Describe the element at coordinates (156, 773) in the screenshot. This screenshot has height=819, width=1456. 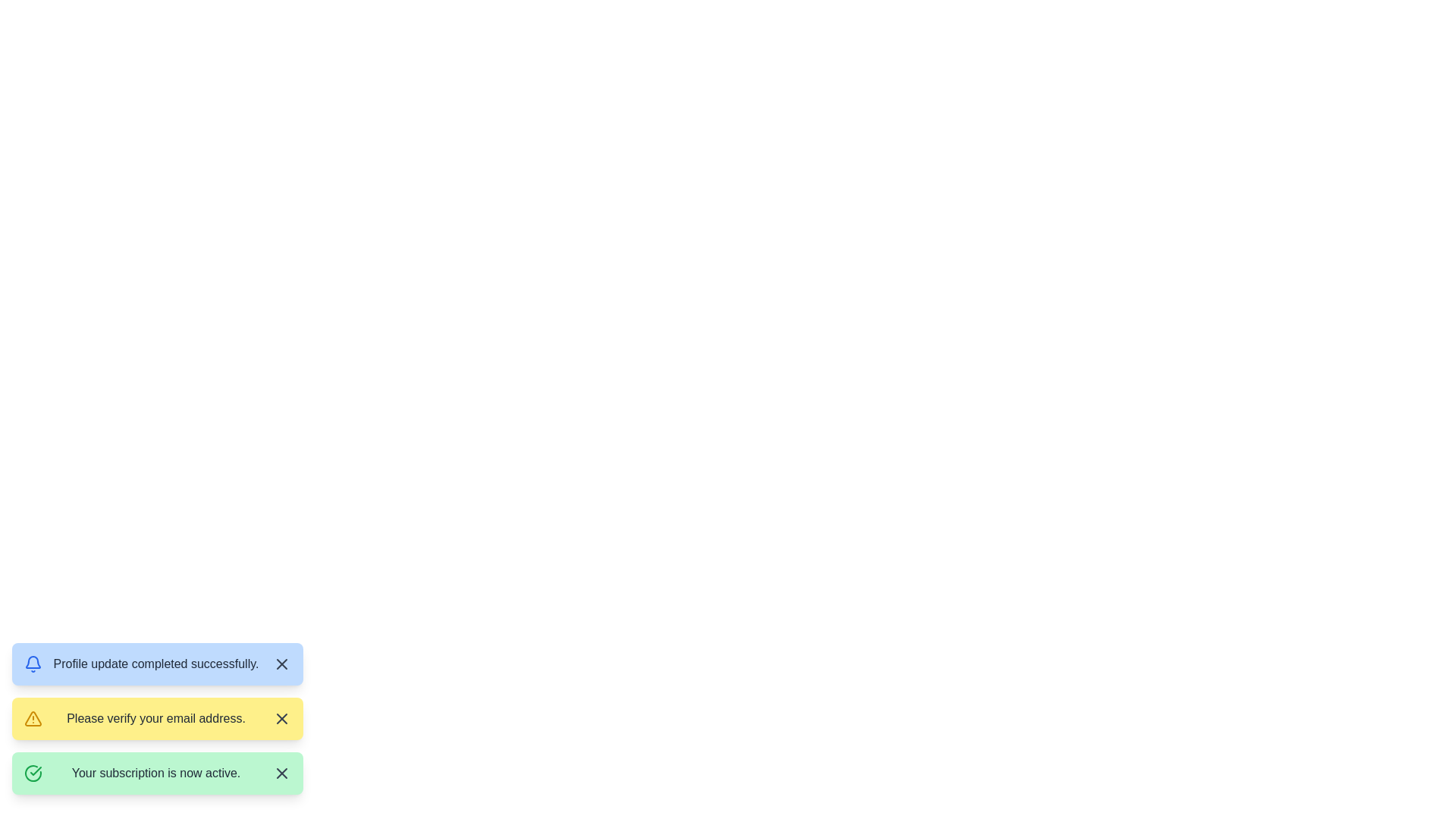
I see `the text label stating 'Your subscription is now active.' which is displayed in a medium-sized, dark-gray font on a light green background at the center of the notification box` at that location.